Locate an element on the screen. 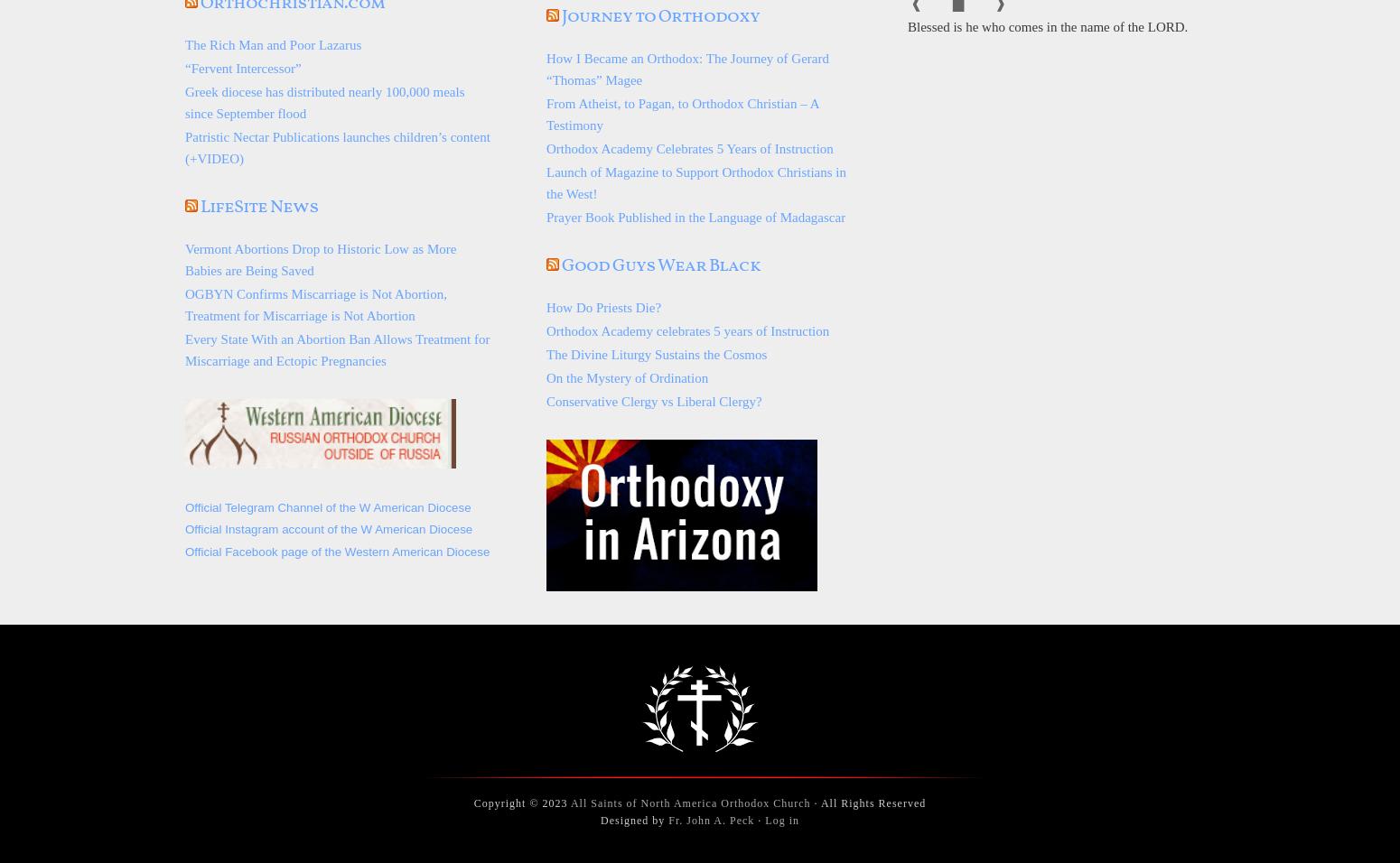  'Log in' is located at coordinates (781, 820).